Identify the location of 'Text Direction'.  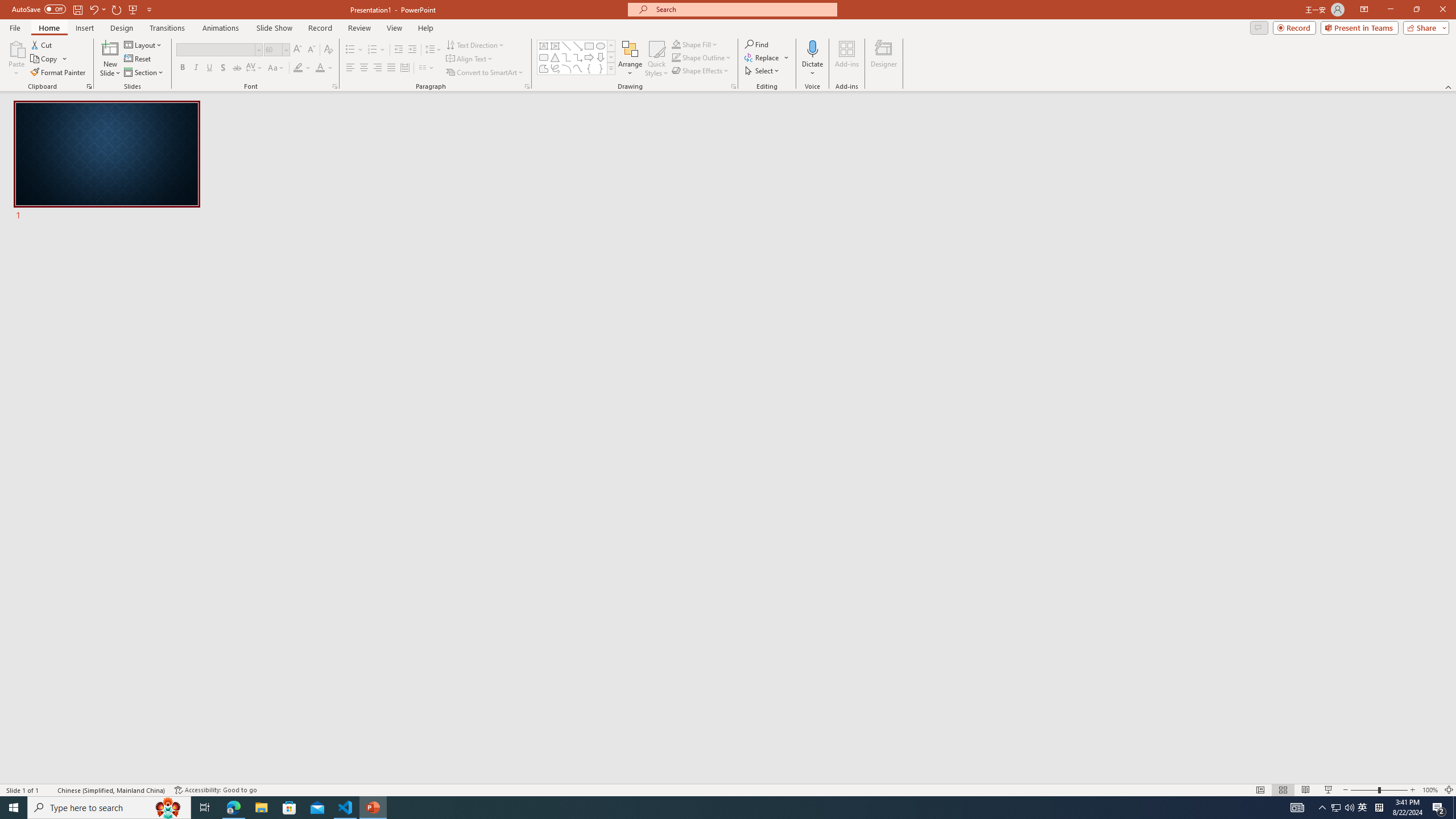
(475, 44).